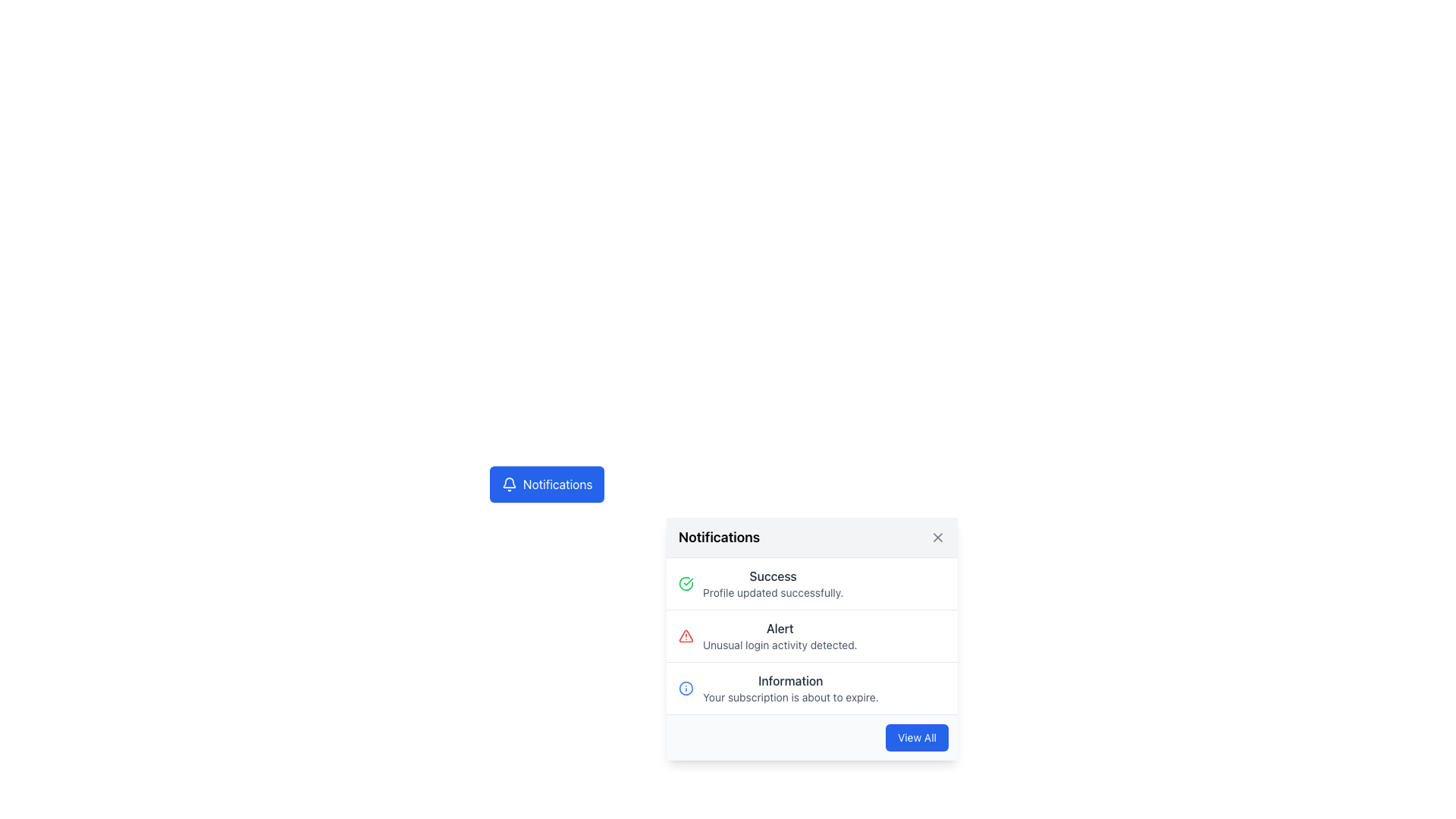  What do you see at coordinates (780, 645) in the screenshot?
I see `text from the Text Label displaying 'Unusual login activity detected.' located in the notification panel below the heading 'Alert'` at bounding box center [780, 645].